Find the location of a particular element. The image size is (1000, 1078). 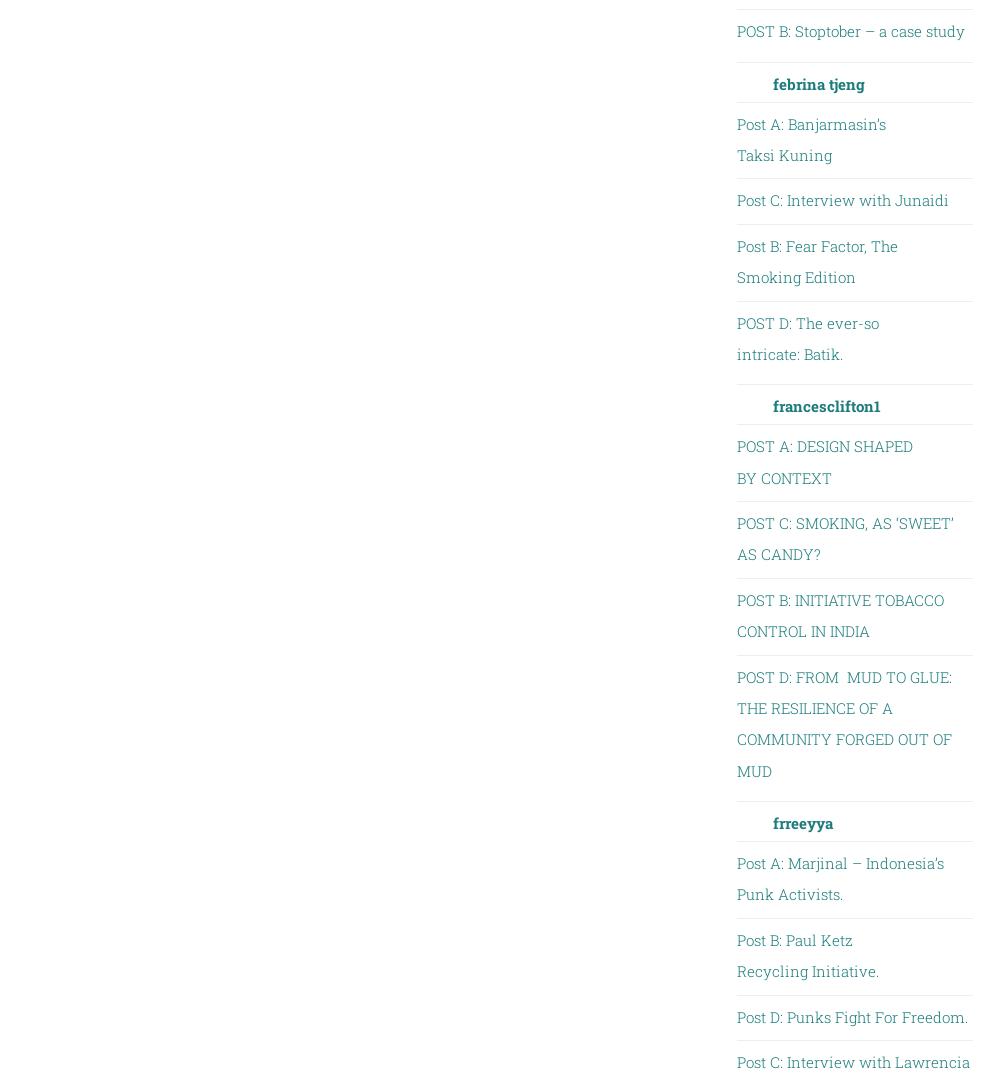

'Post B: Paul Ketz Recycling Initiative.' is located at coordinates (735, 954).